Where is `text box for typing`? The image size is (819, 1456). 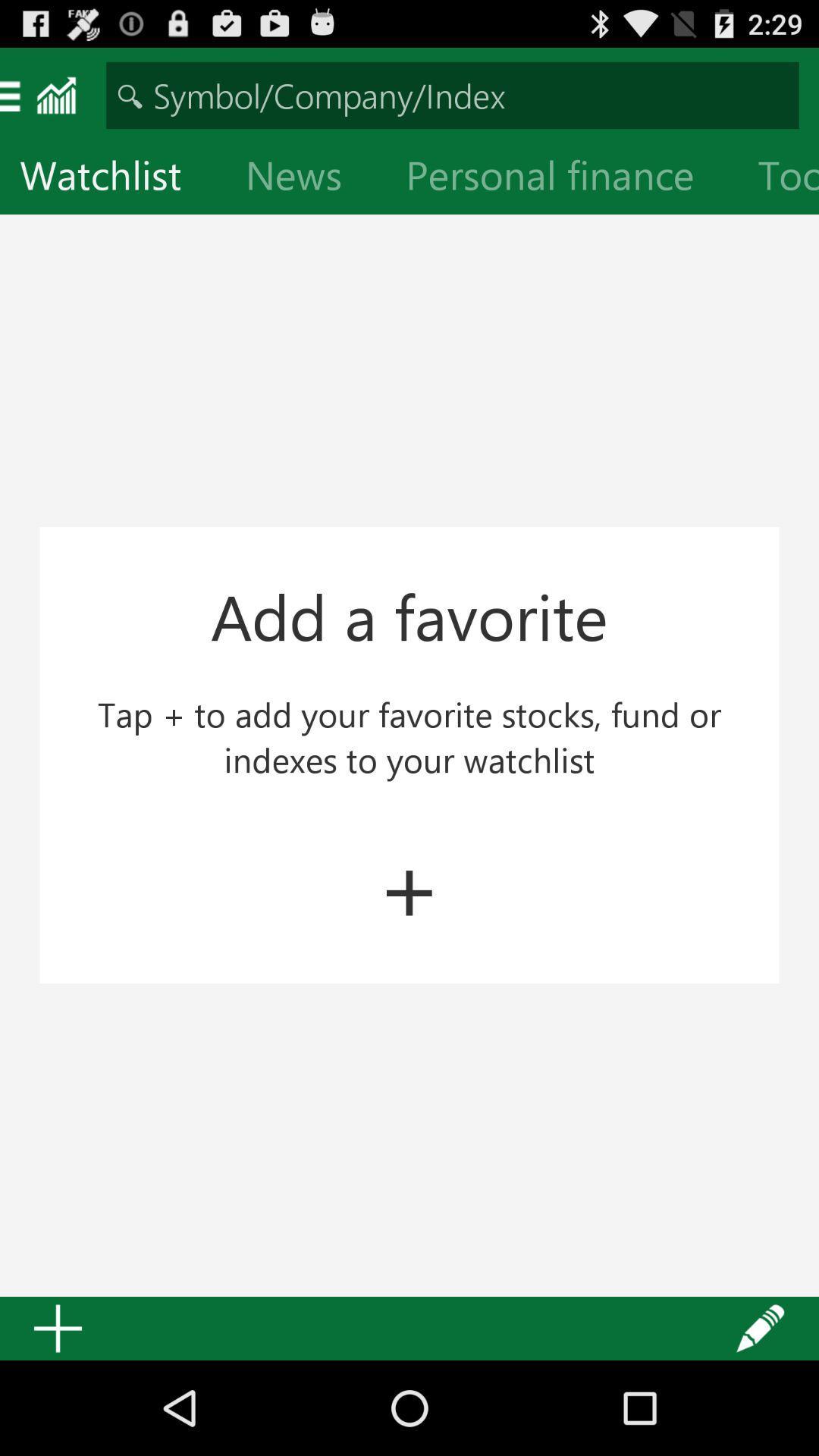 text box for typing is located at coordinates (452, 94).